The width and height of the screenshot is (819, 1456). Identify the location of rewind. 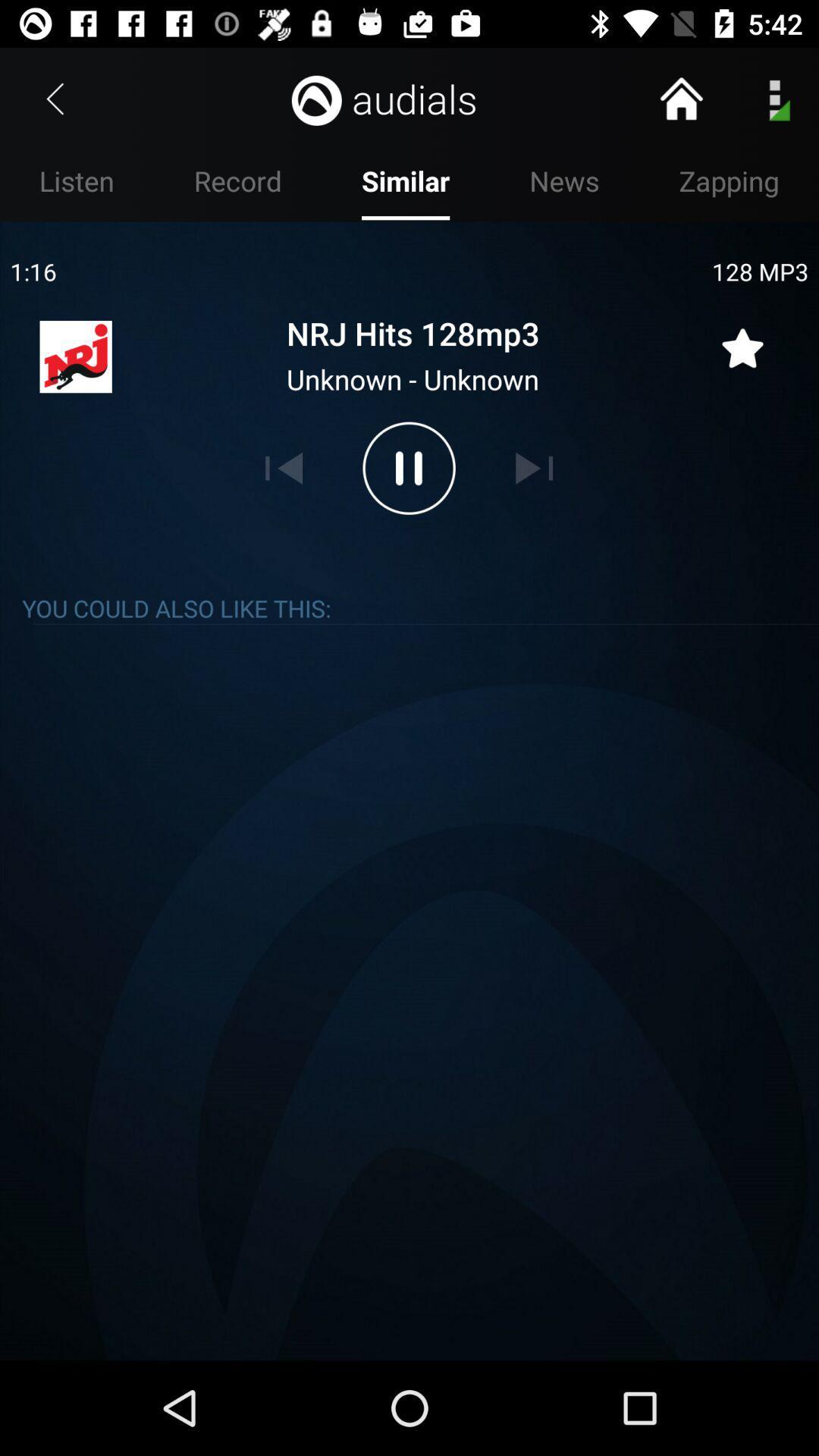
(284, 467).